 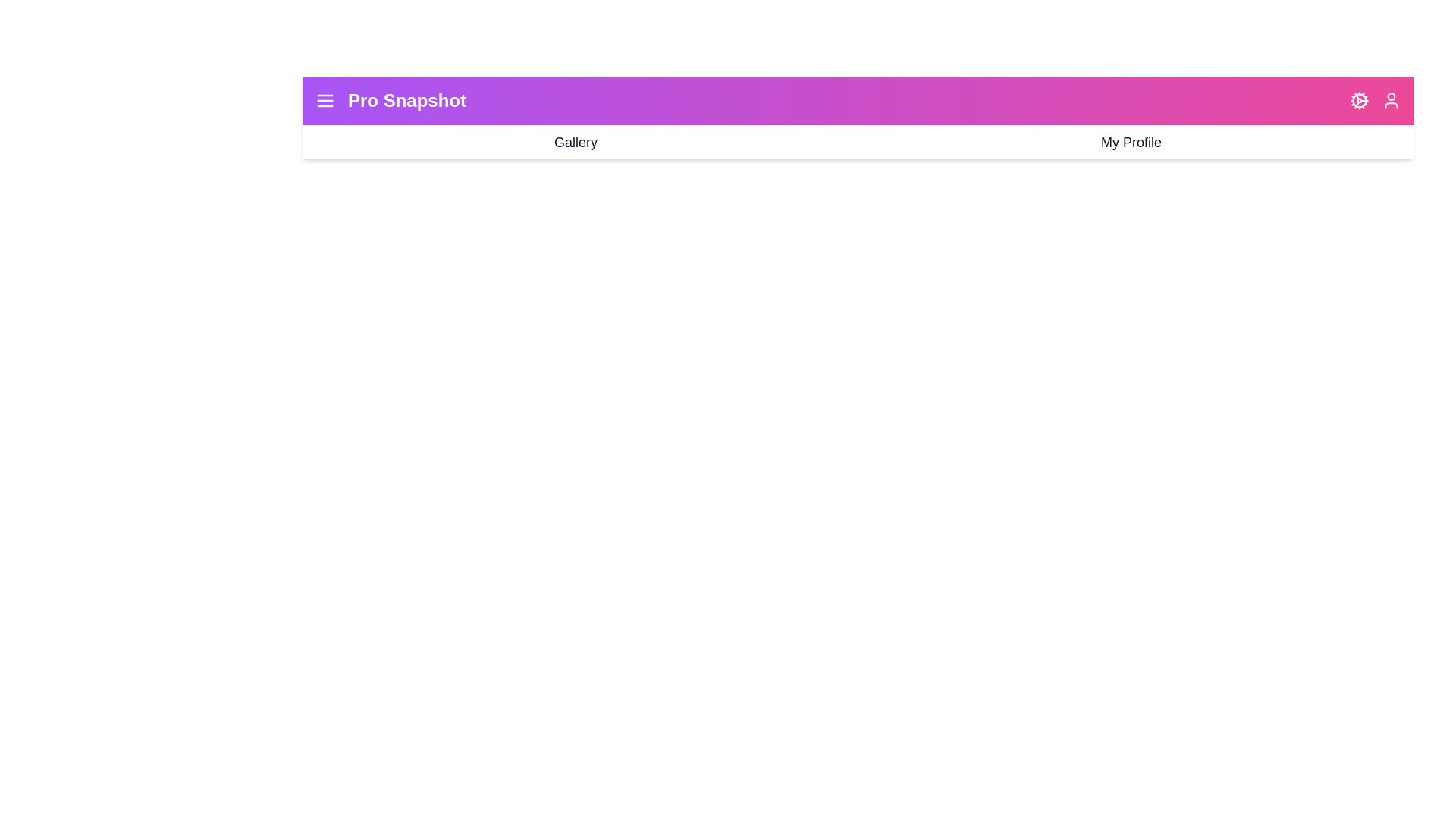 What do you see at coordinates (407, 100) in the screenshot?
I see `the title text 'Pro Snapshot'` at bounding box center [407, 100].